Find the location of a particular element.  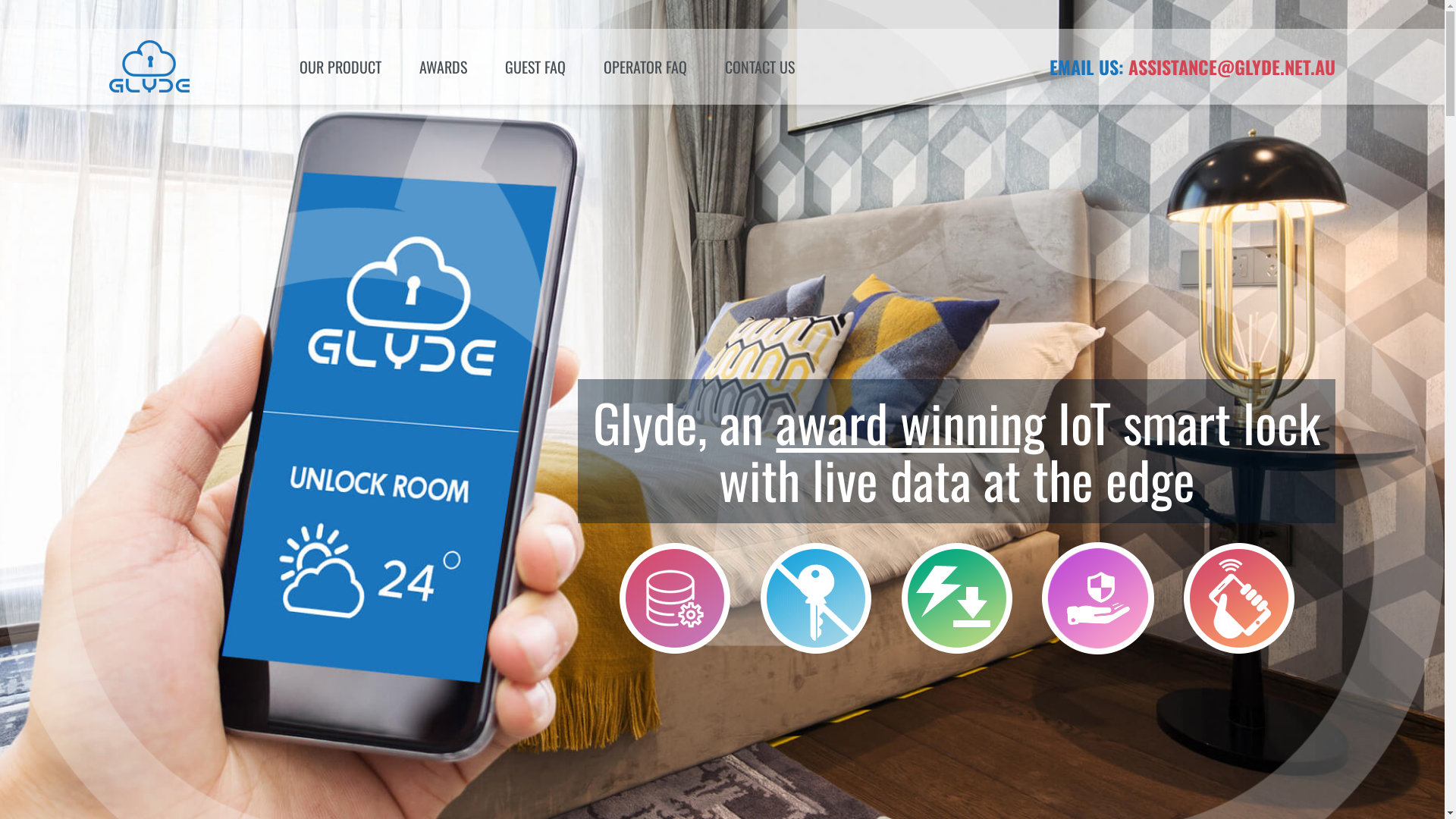

'OUR PRODUCT' is located at coordinates (280, 66).